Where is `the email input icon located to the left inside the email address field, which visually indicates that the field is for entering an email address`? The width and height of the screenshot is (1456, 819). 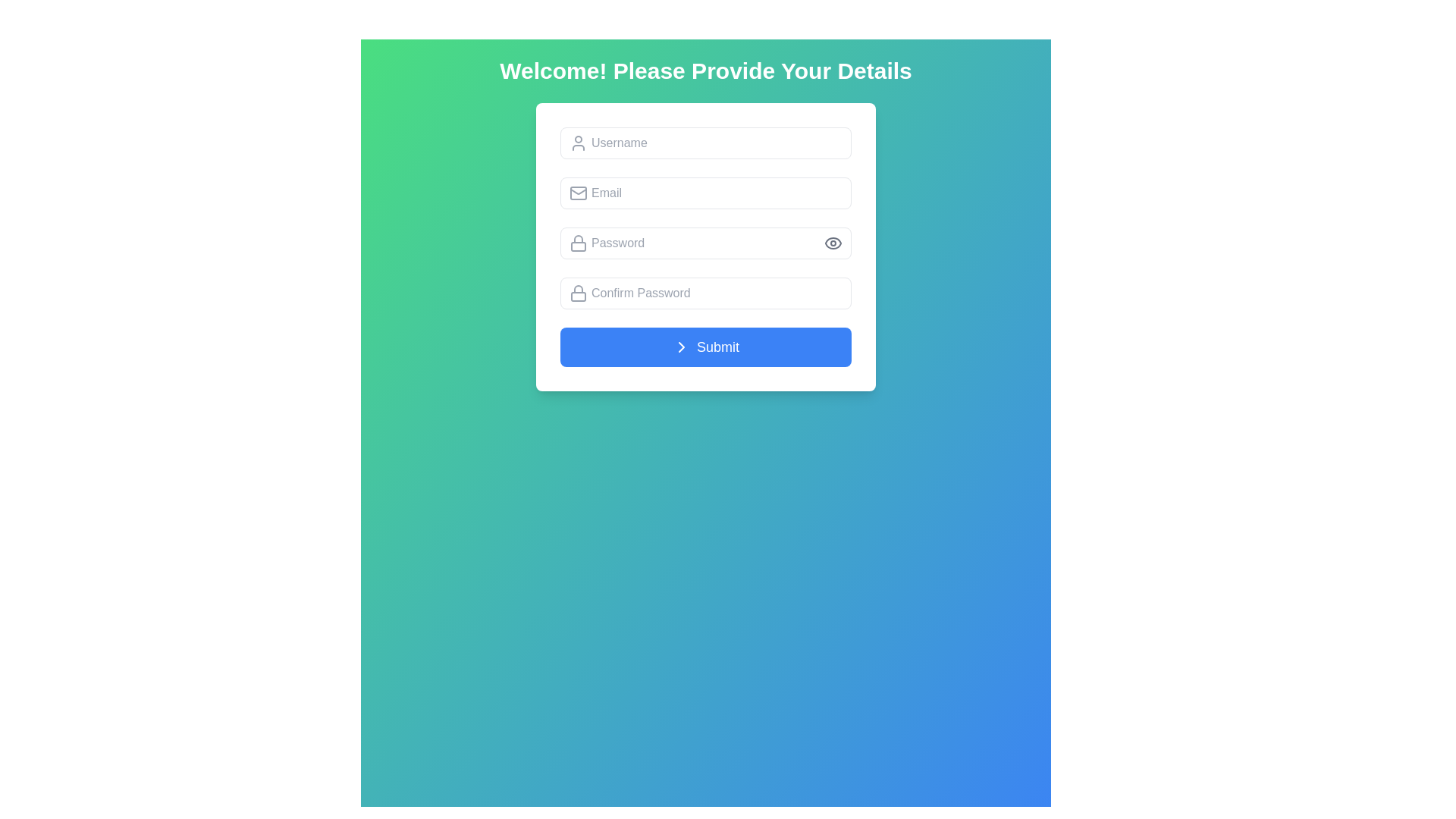
the email input icon located to the left inside the email address field, which visually indicates that the field is for entering an email address is located at coordinates (578, 192).